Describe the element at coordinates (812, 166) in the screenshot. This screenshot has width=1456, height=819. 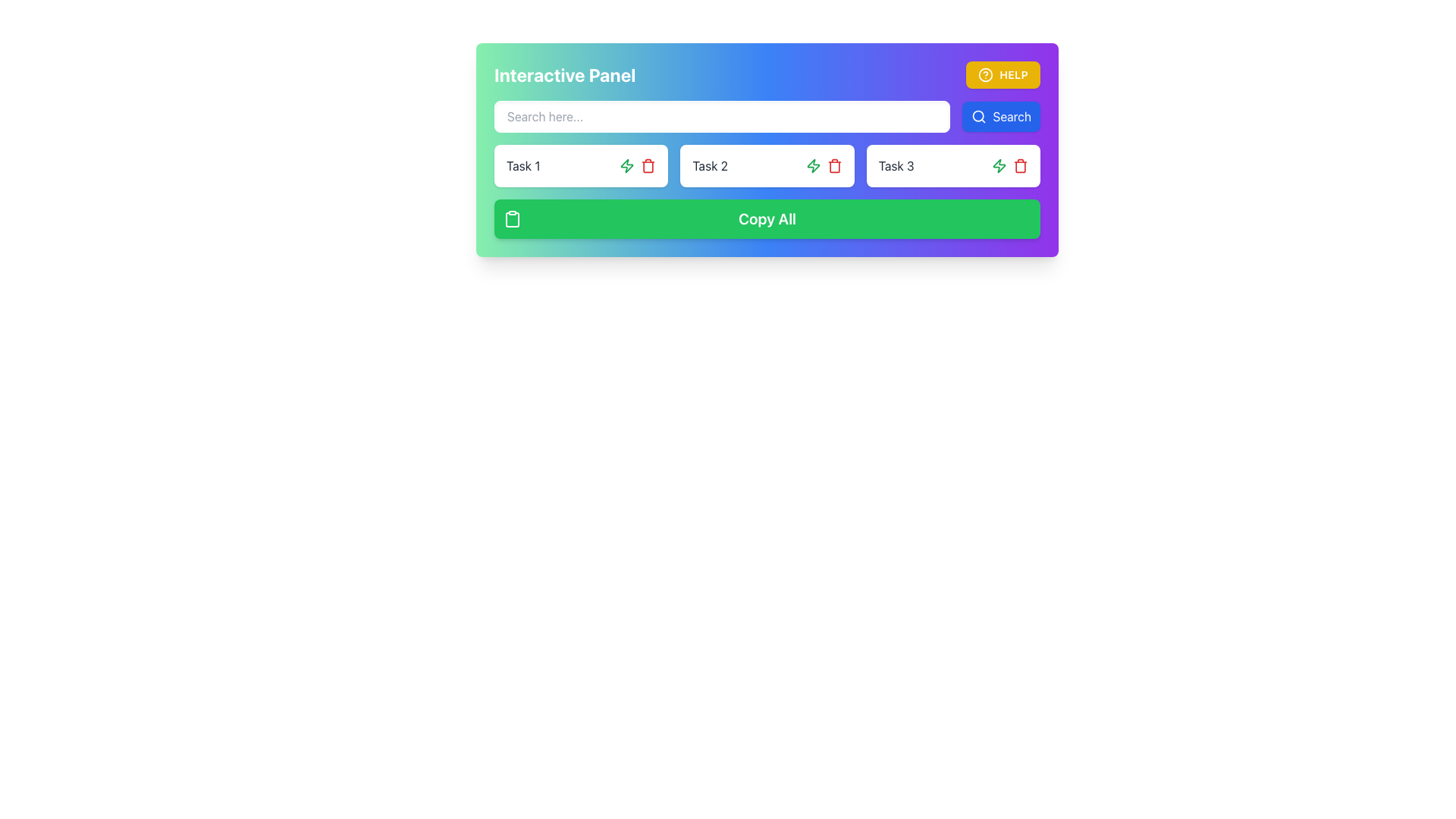
I see `the icon located to the left of the red trashcan icon, which signifies marking or activating an energy-related action for 'Task 3'` at that location.